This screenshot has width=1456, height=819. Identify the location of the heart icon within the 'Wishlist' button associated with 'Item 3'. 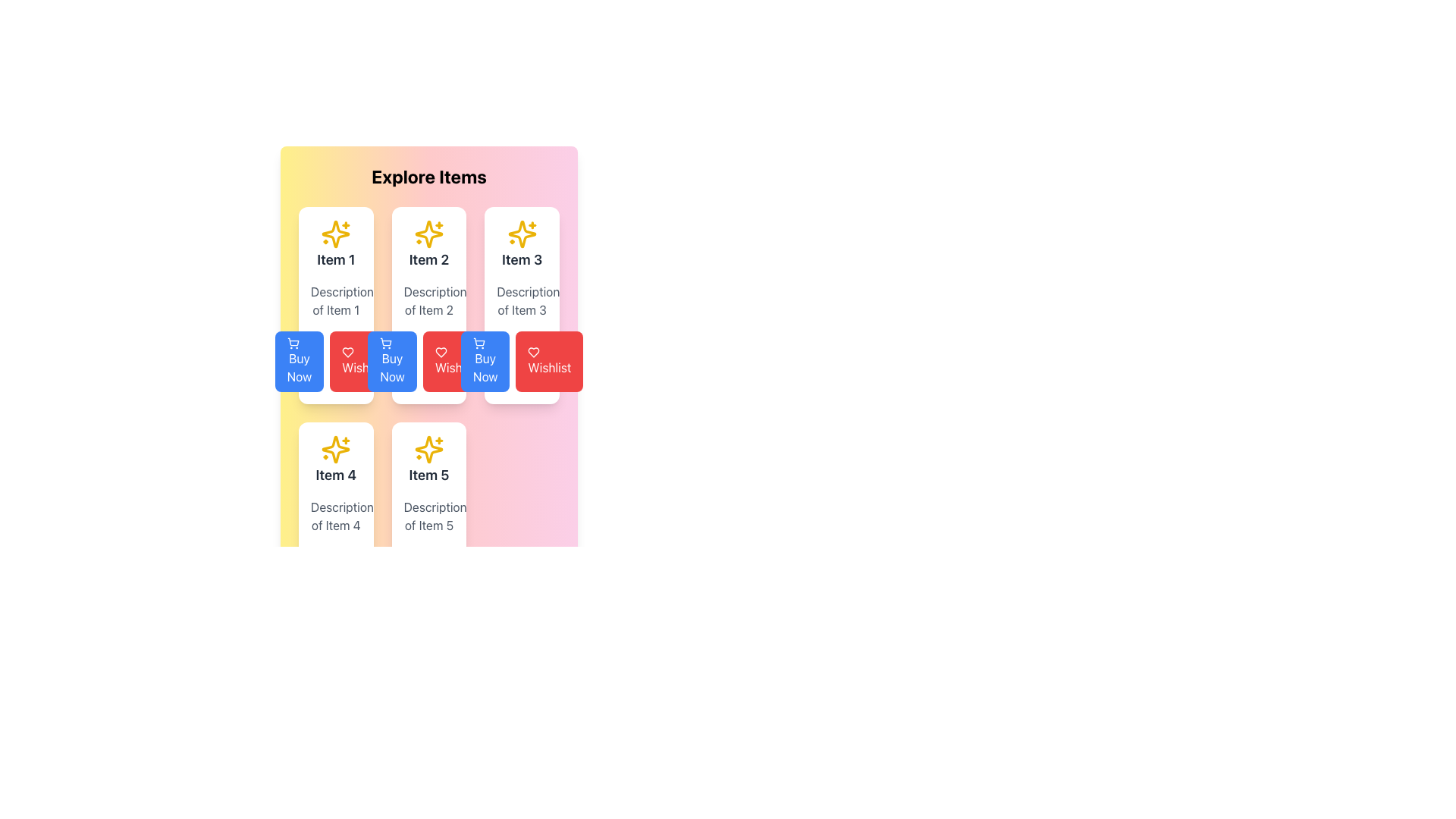
(534, 353).